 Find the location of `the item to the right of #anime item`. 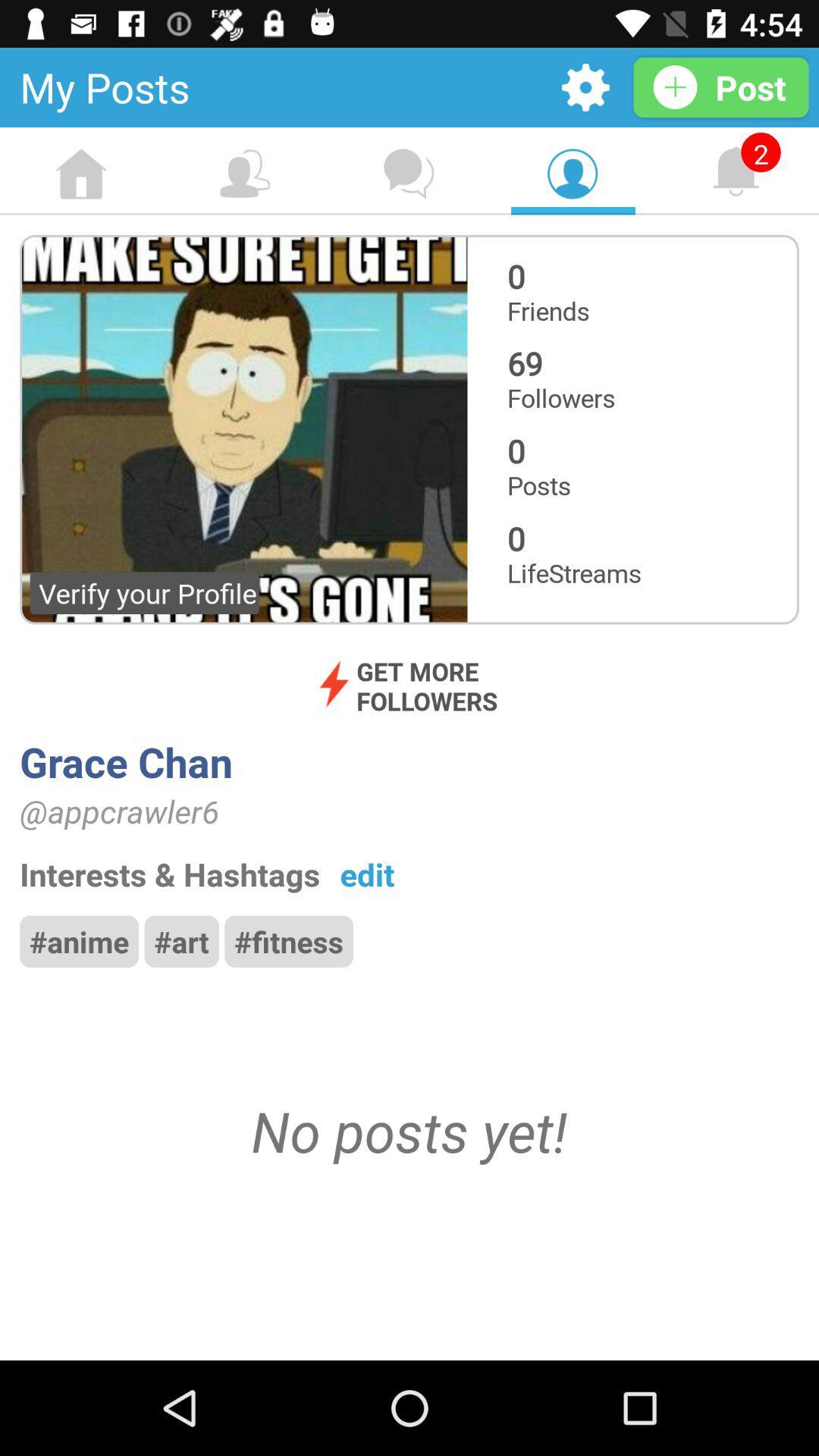

the item to the right of #anime item is located at coordinates (180, 940).